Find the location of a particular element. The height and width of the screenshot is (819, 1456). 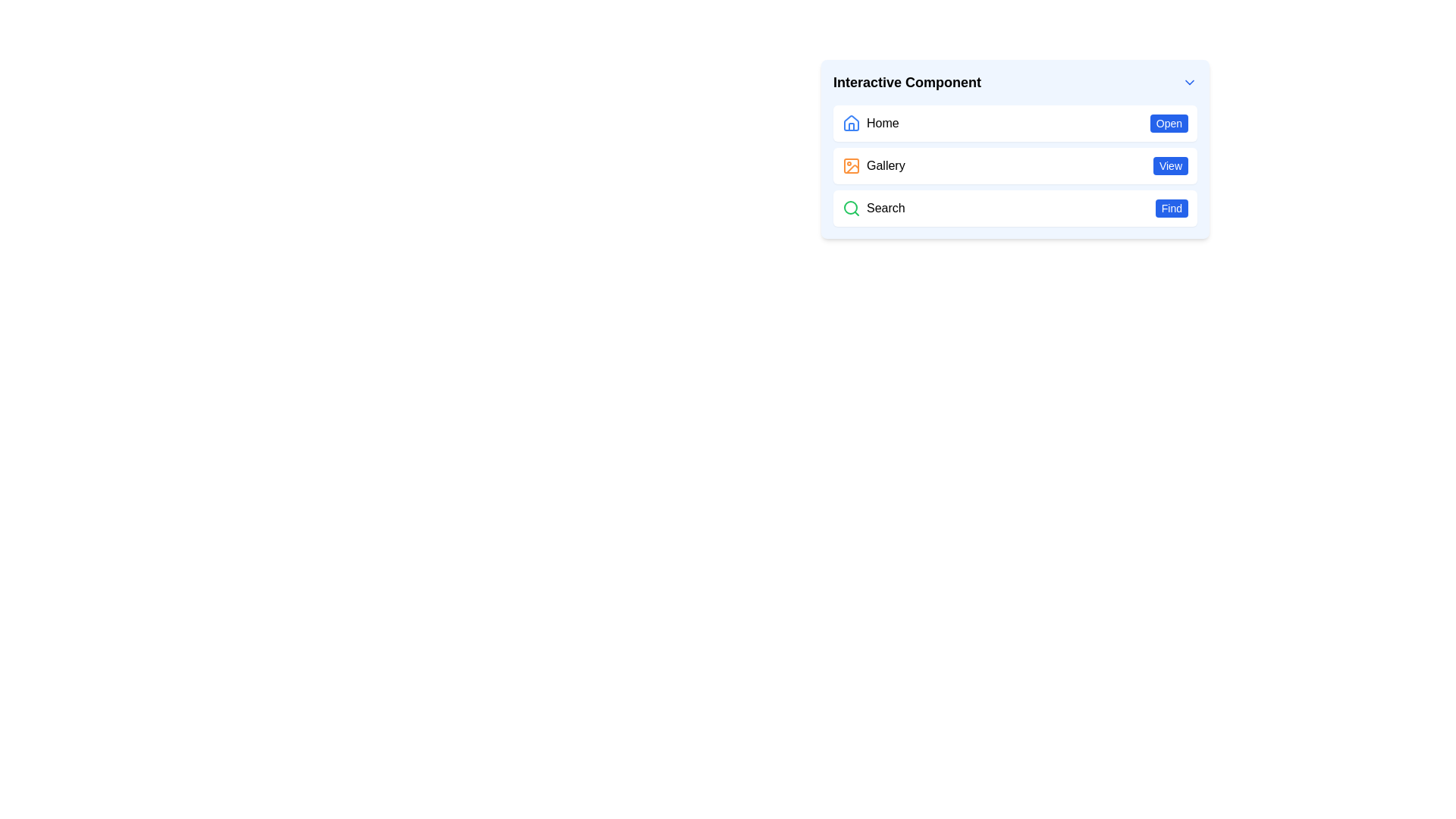

the second selectable list item with an action button positioned between 'Home' and 'Search' is located at coordinates (1015, 166).